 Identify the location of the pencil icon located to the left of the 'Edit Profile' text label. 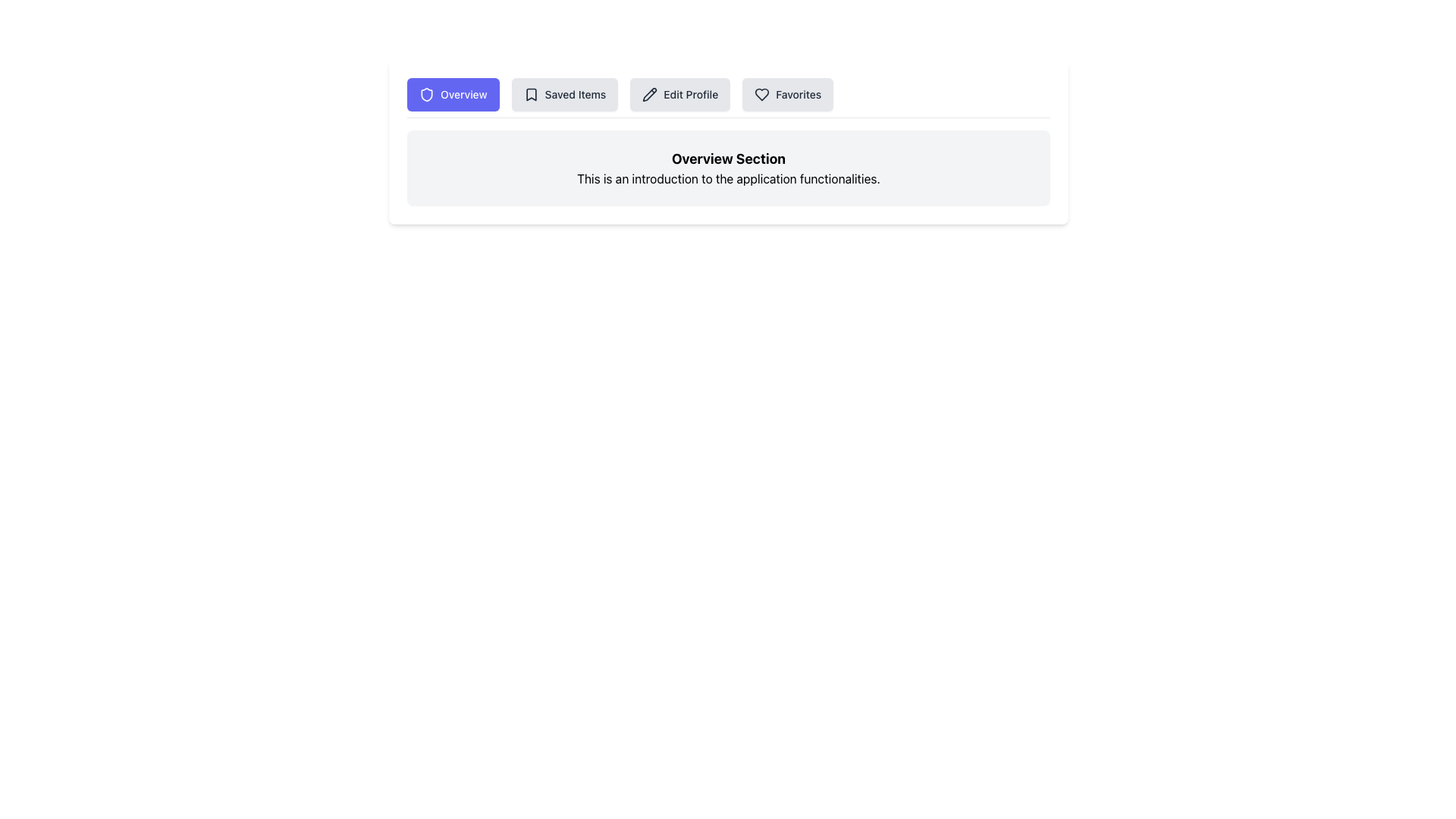
(650, 94).